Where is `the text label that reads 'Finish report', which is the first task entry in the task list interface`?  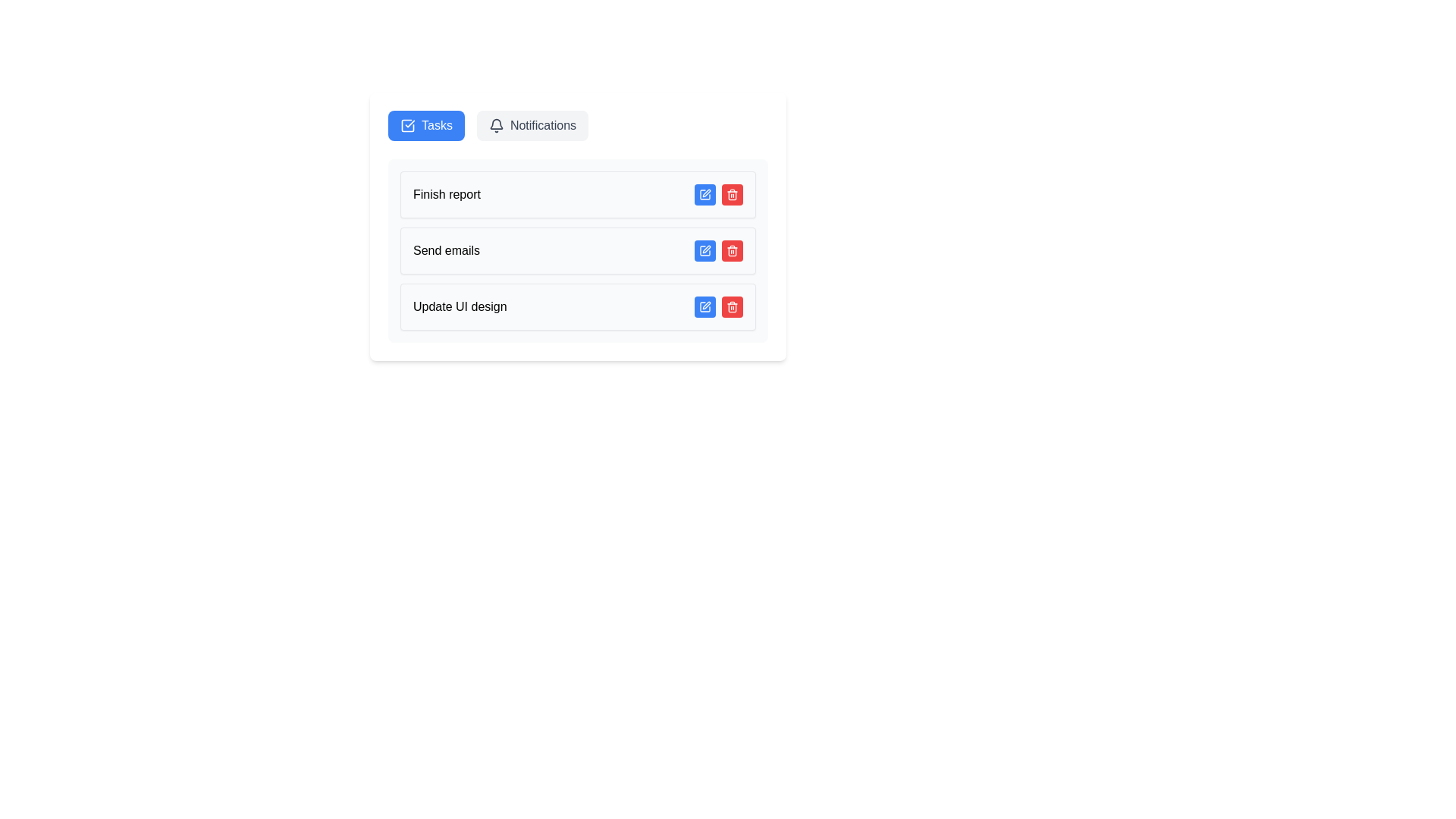 the text label that reads 'Finish report', which is the first task entry in the task list interface is located at coordinates (446, 194).